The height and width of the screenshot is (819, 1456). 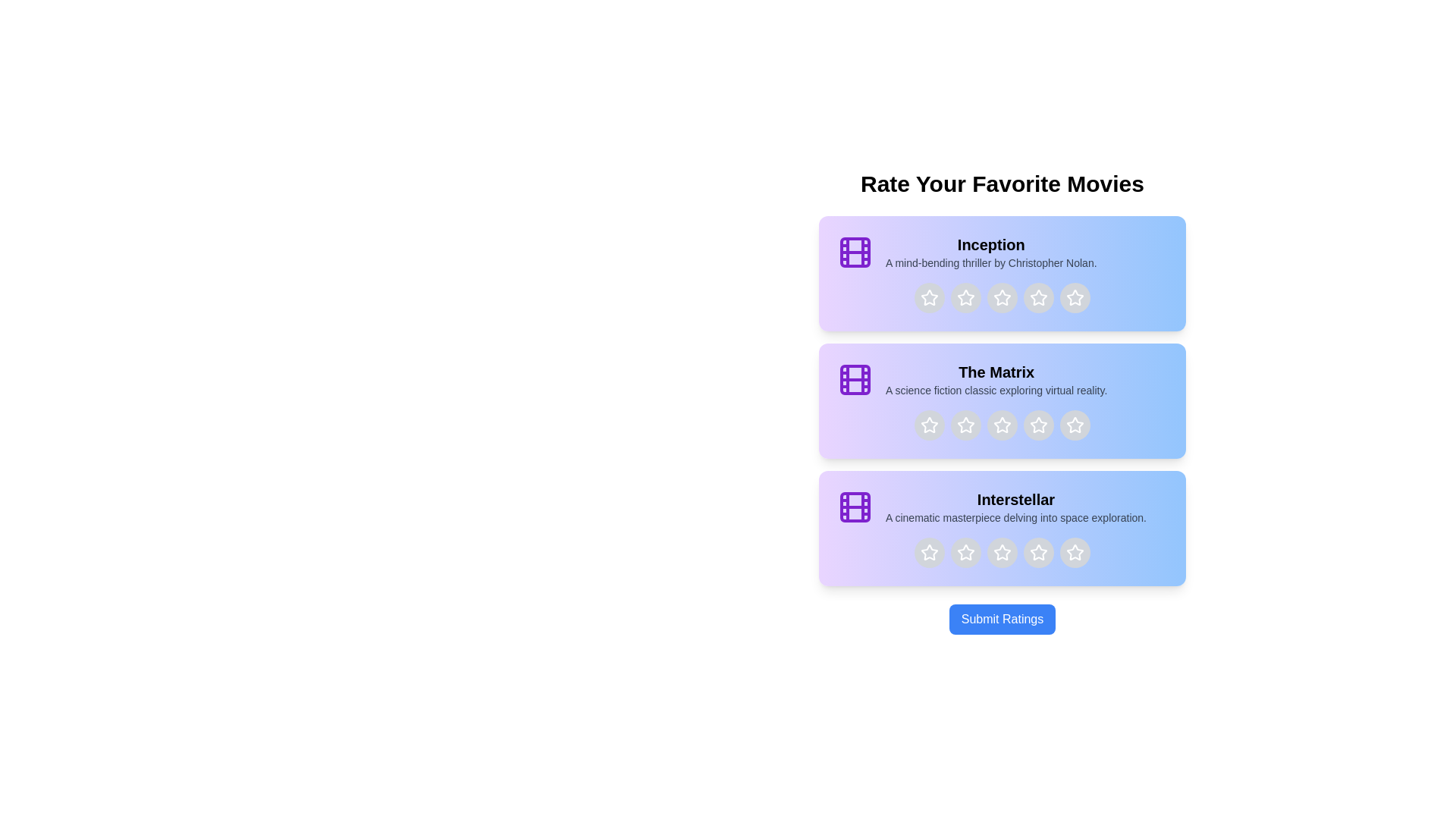 What do you see at coordinates (1074, 553) in the screenshot?
I see `the star corresponding to 5 stars for the movie titled Interstellar` at bounding box center [1074, 553].